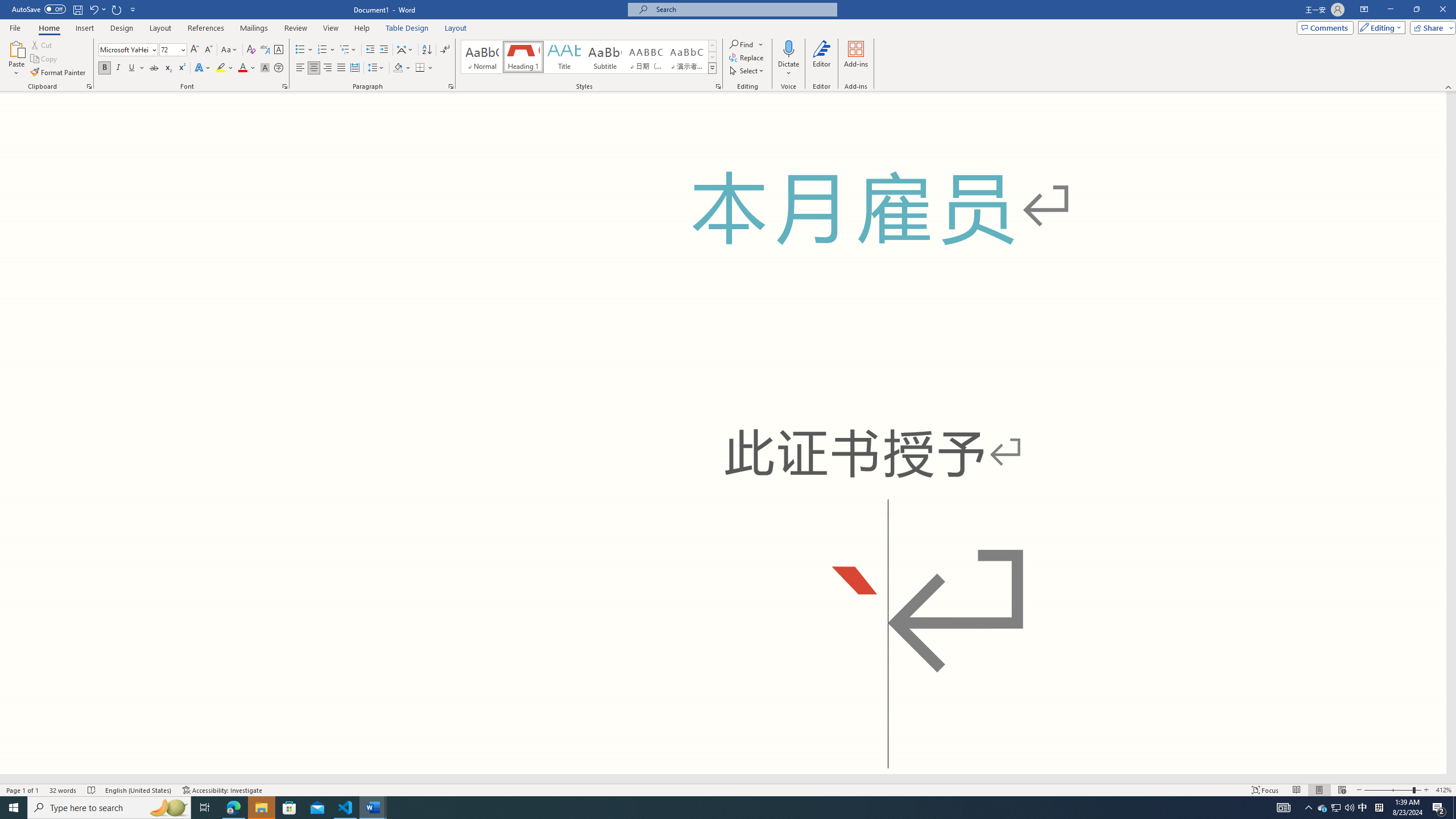 Image resolution: width=1456 pixels, height=819 pixels. I want to click on 'AutomationID: QuickStylesGallery', so click(589, 56).